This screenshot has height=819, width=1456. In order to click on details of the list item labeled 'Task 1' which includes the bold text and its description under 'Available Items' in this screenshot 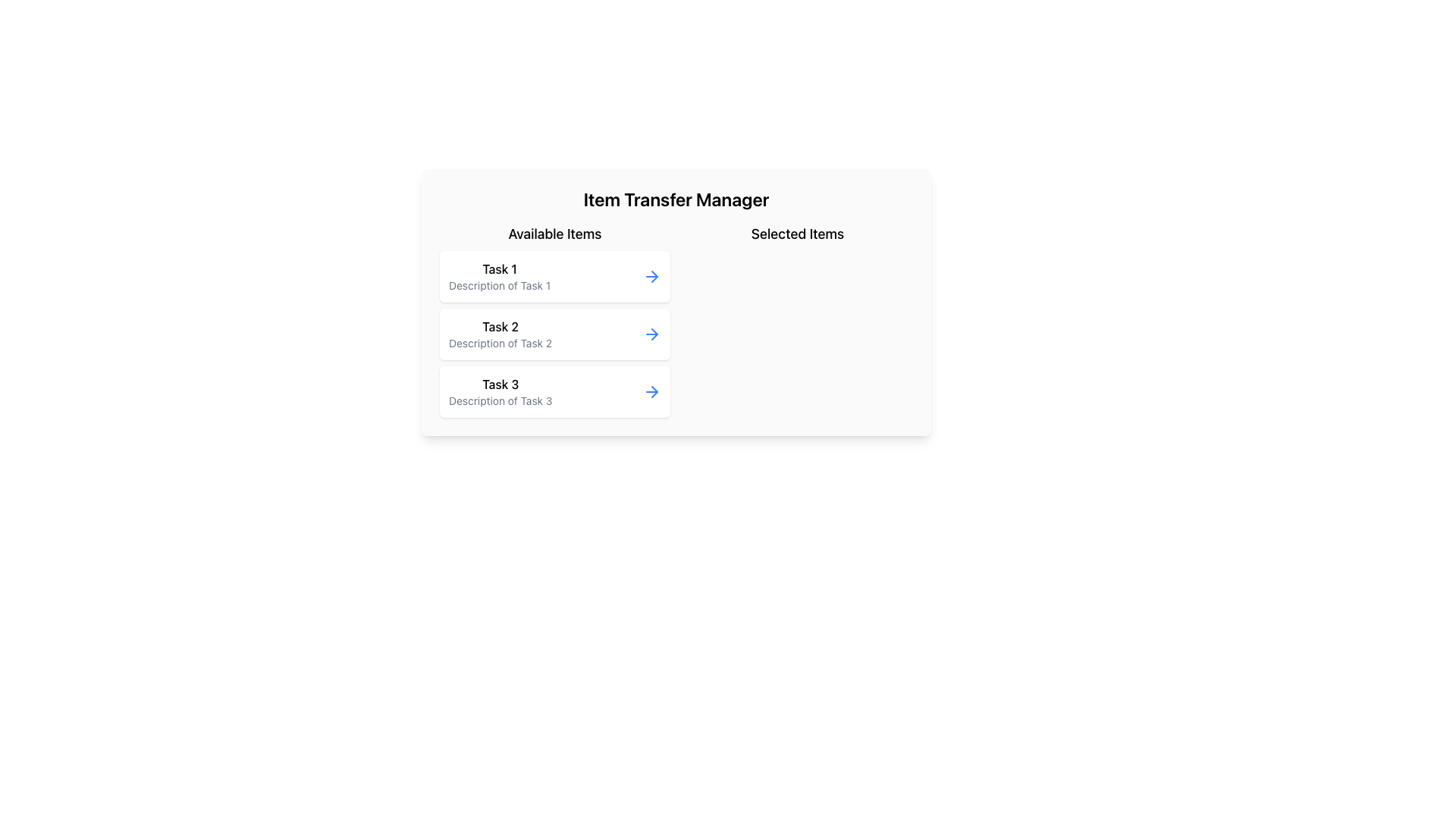, I will do `click(500, 277)`.